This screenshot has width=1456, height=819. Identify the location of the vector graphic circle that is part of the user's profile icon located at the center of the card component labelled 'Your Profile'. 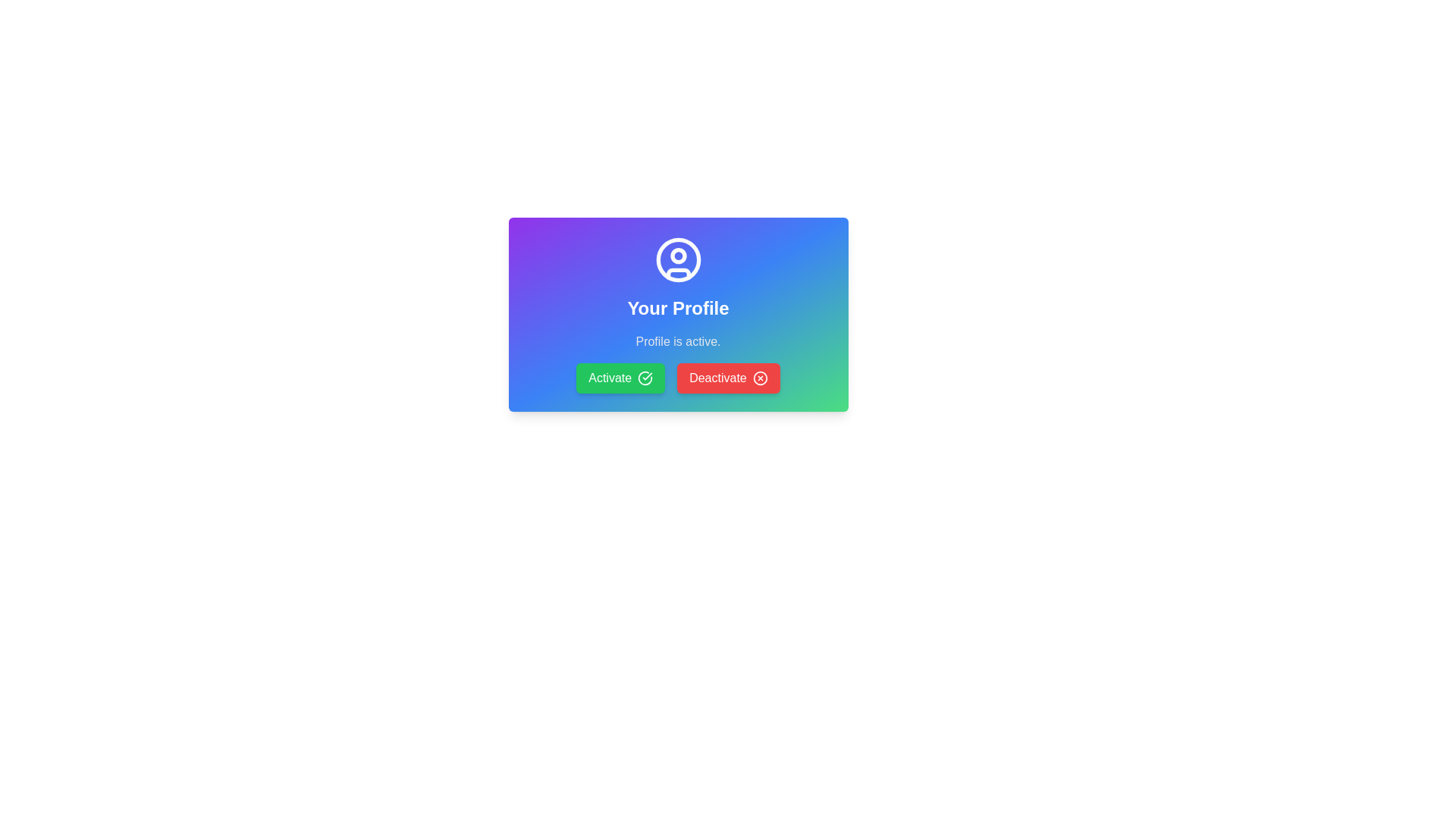
(677, 259).